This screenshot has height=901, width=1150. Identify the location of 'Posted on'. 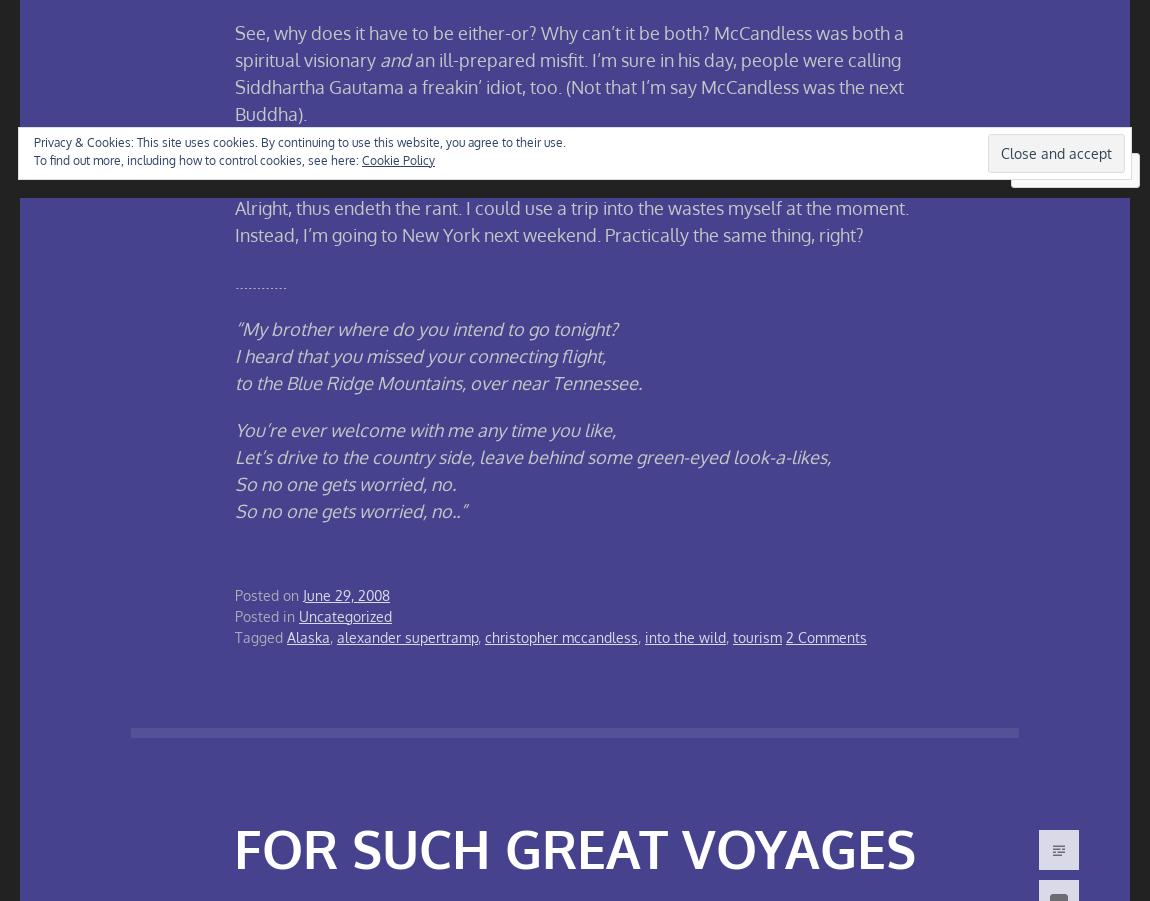
(233, 593).